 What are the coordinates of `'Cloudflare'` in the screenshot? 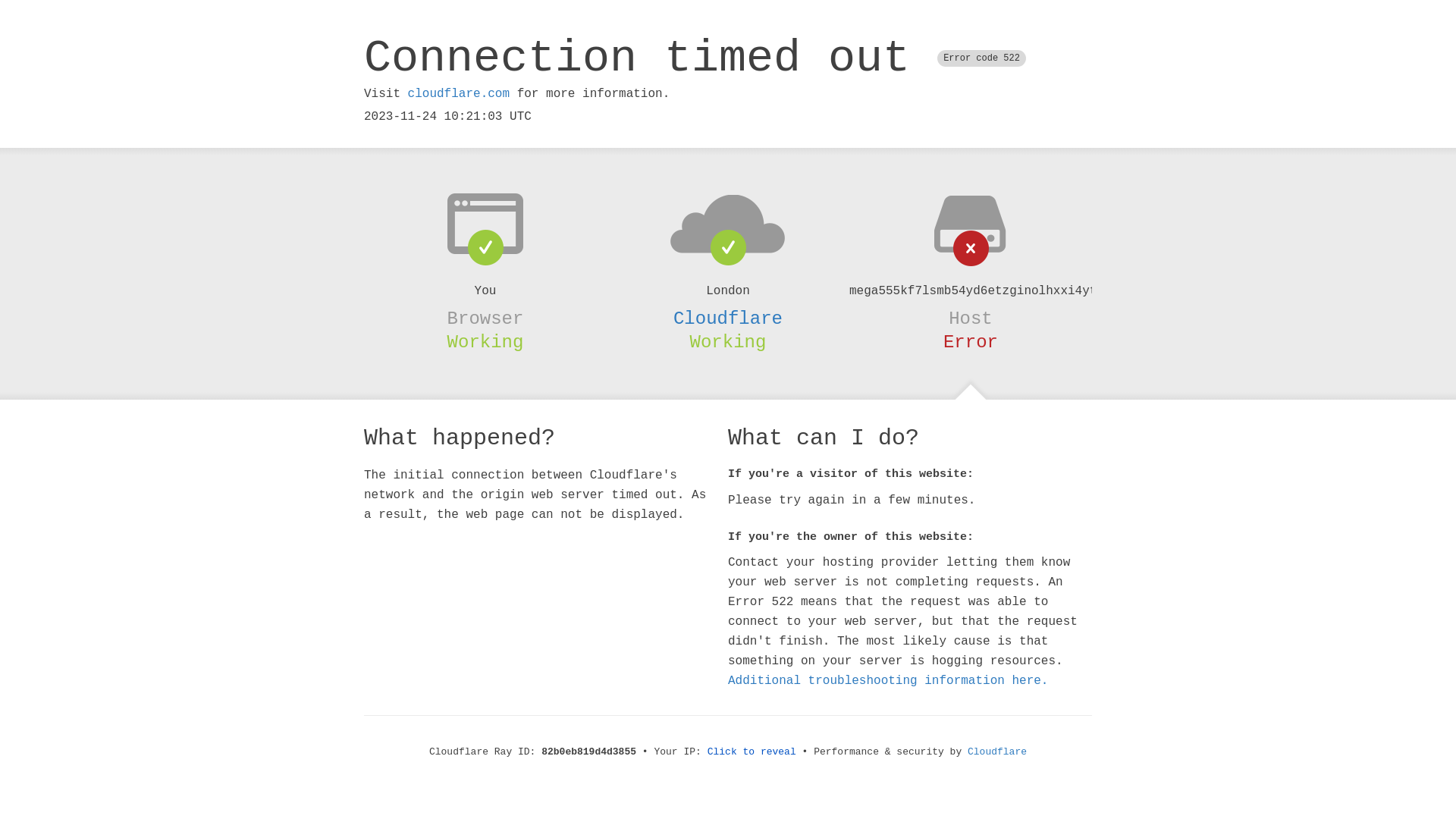 It's located at (673, 318).